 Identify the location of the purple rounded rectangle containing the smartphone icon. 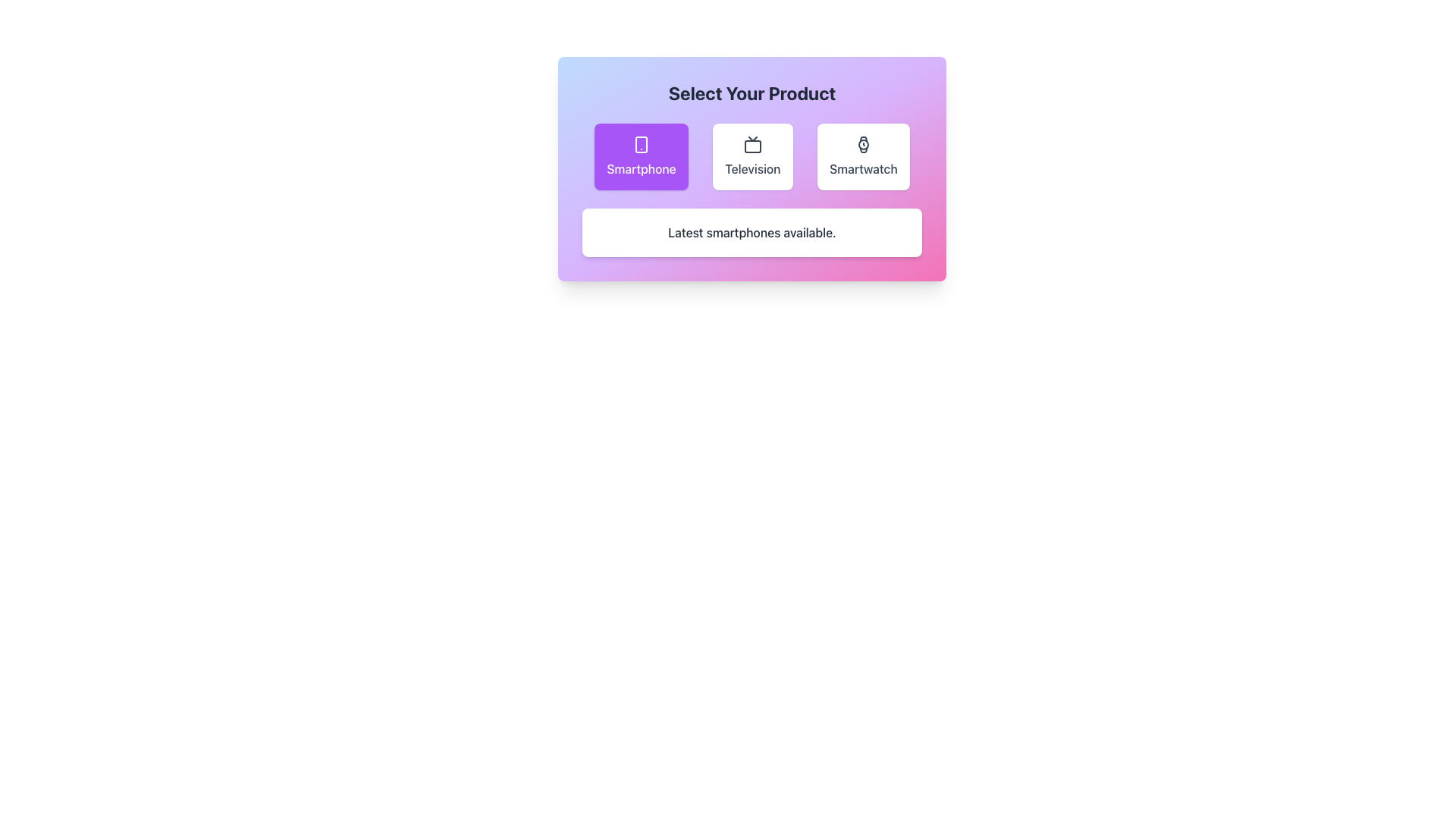
(641, 145).